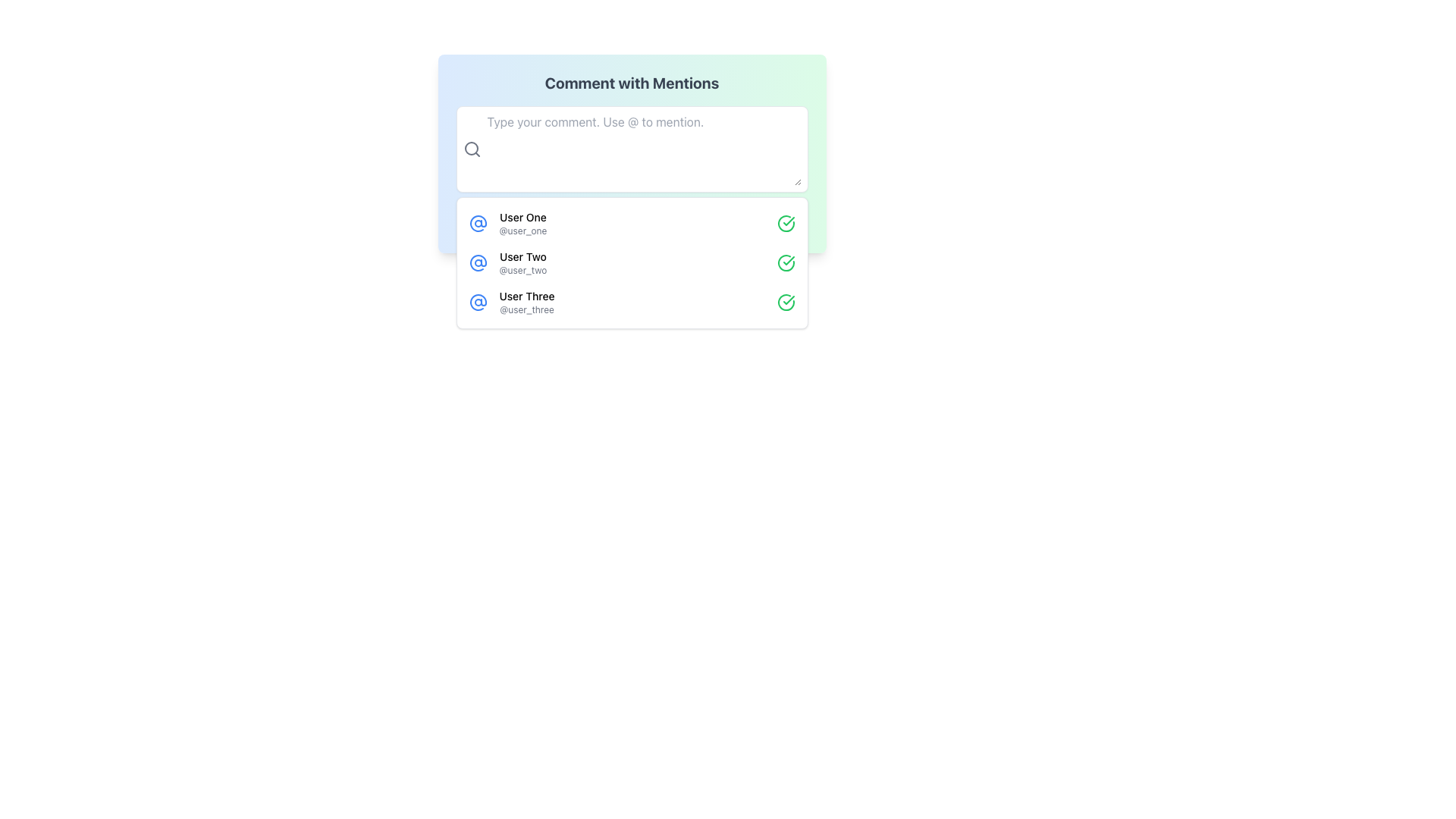 The image size is (1456, 819). I want to click on the user mention icon for 'User Three', which is the leftmost icon adjacent to the labels 'User Three' and '@user_three', so click(477, 302).